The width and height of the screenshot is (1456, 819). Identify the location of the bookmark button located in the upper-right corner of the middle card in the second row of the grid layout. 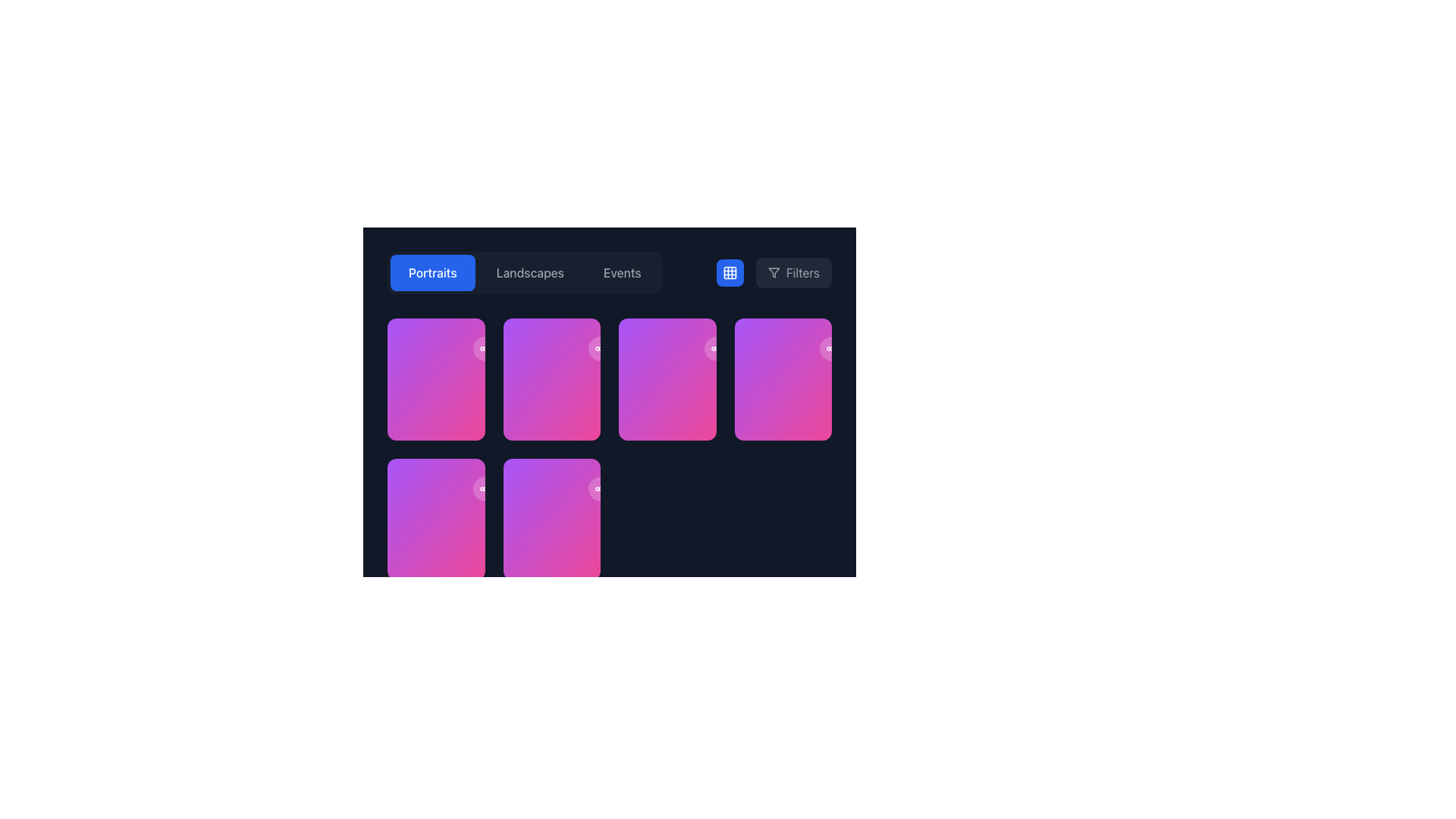
(625, 348).